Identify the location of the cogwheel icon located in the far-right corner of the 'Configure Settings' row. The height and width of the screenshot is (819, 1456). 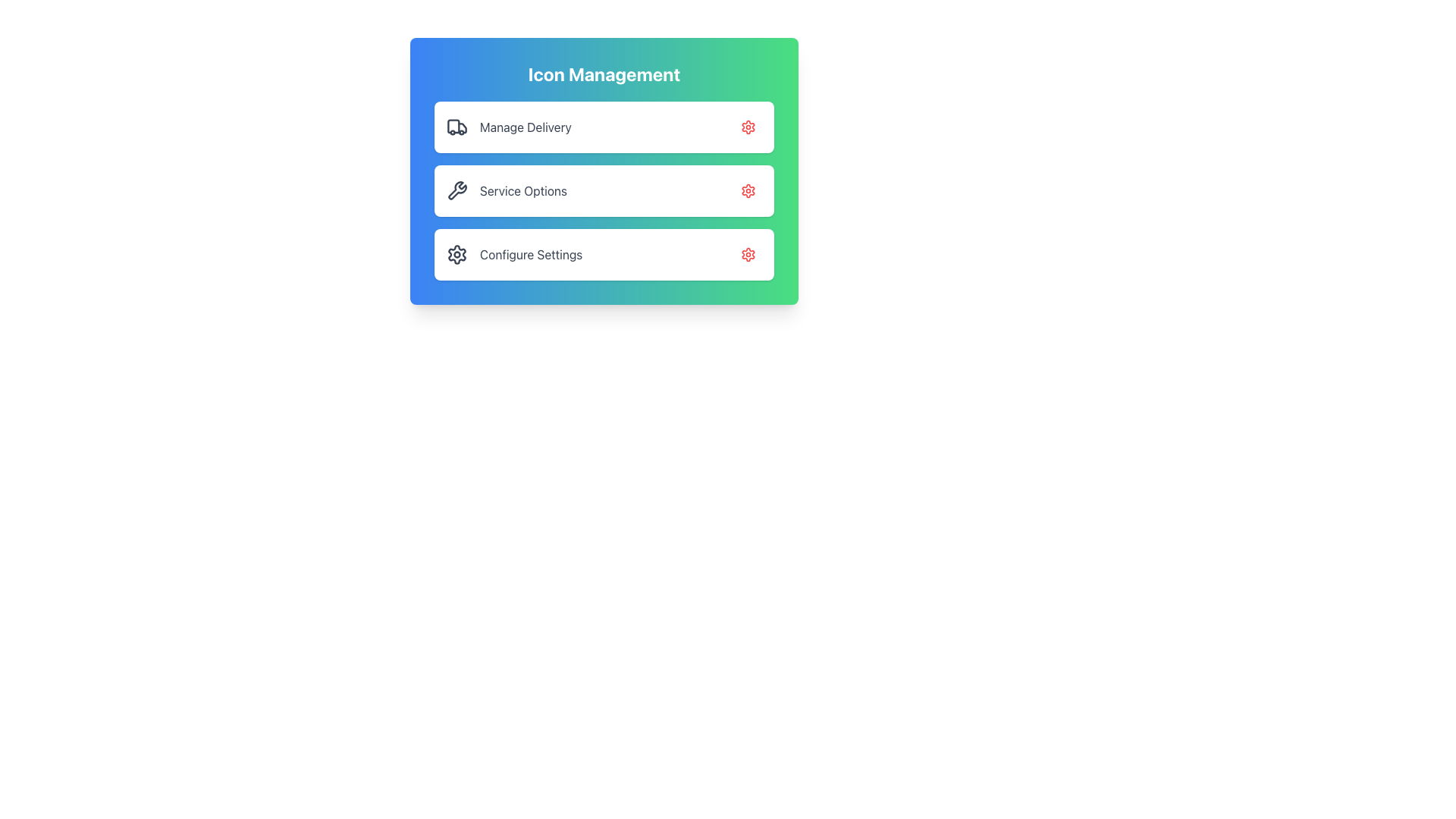
(748, 253).